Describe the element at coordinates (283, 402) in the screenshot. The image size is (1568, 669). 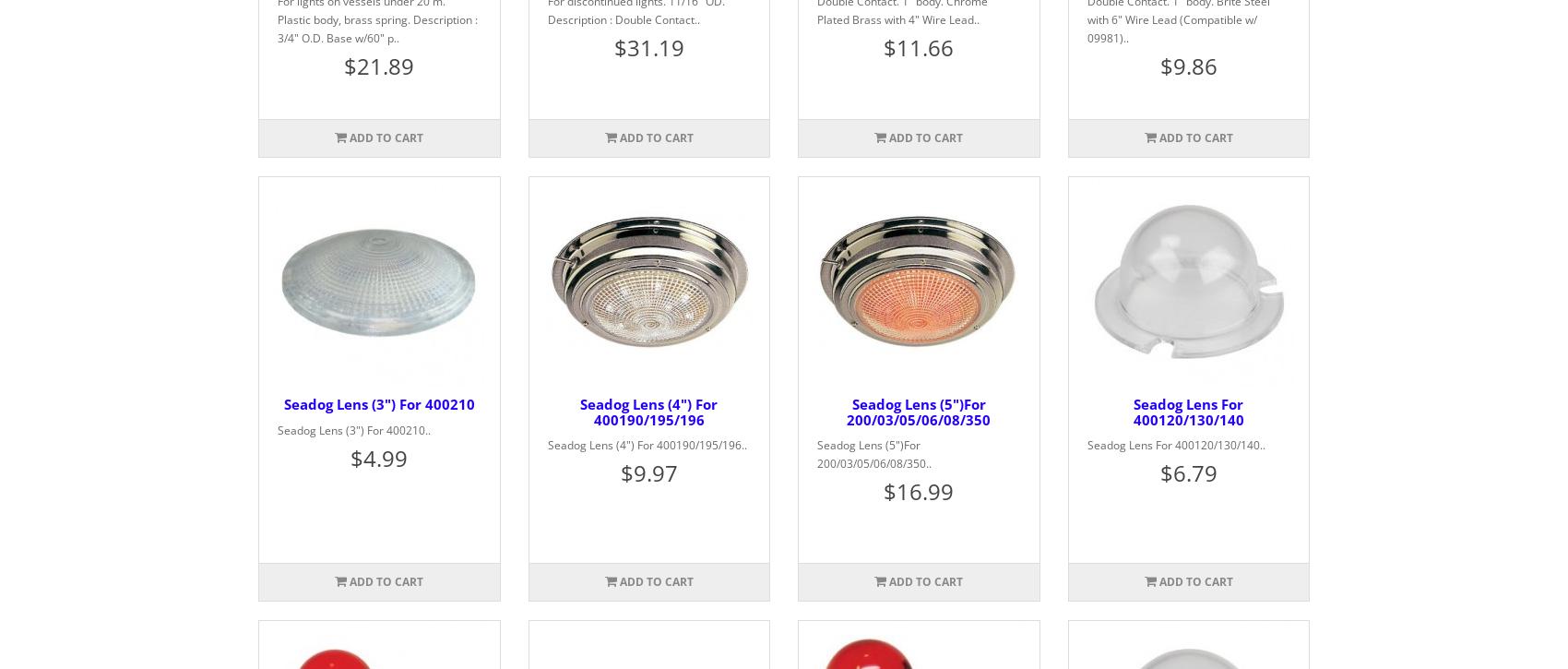
I see `'Seadog Lens (3") For 400210'` at that location.